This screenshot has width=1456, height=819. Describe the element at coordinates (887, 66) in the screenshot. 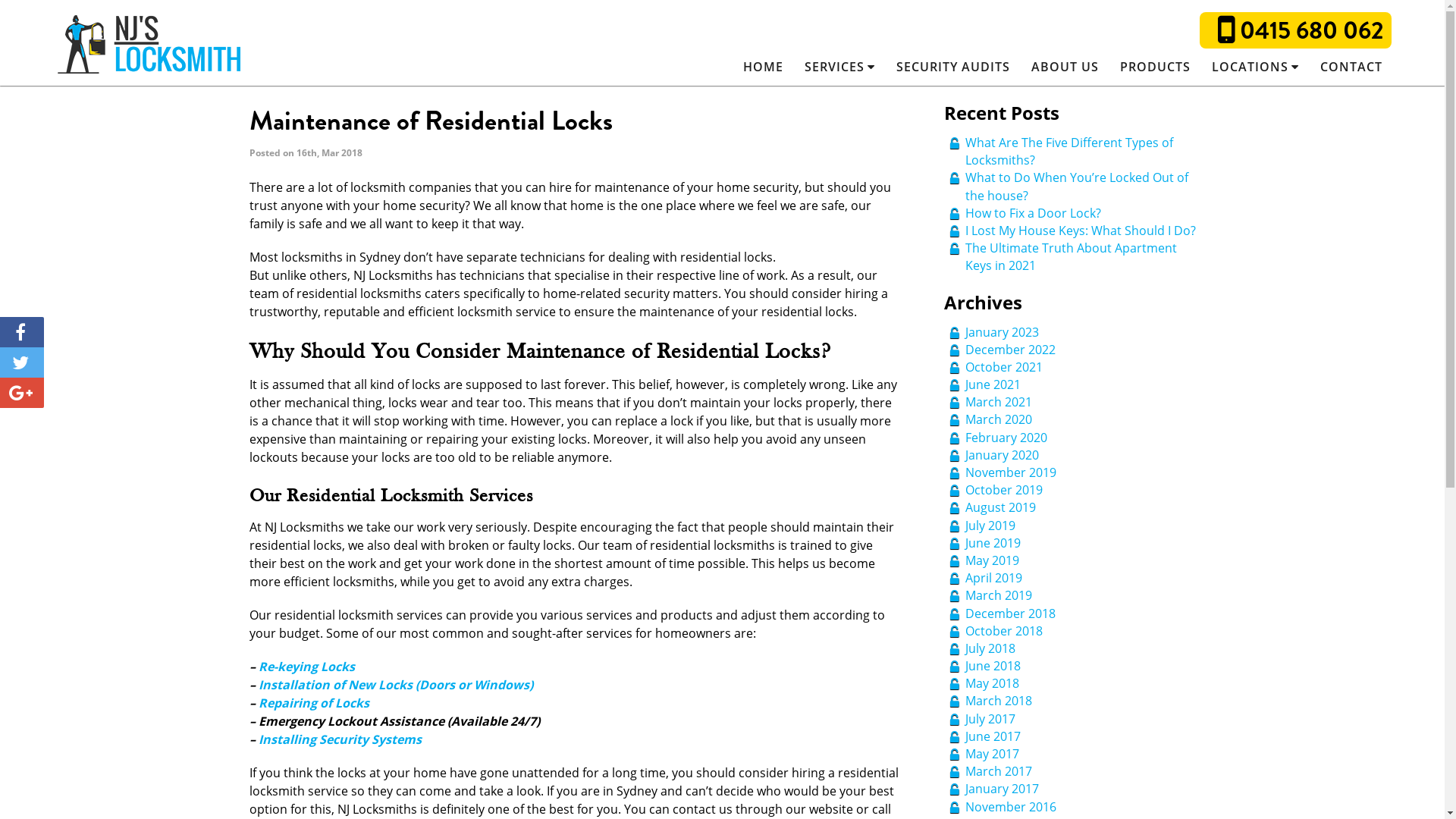

I see `'SECURITY AUDITS'` at that location.